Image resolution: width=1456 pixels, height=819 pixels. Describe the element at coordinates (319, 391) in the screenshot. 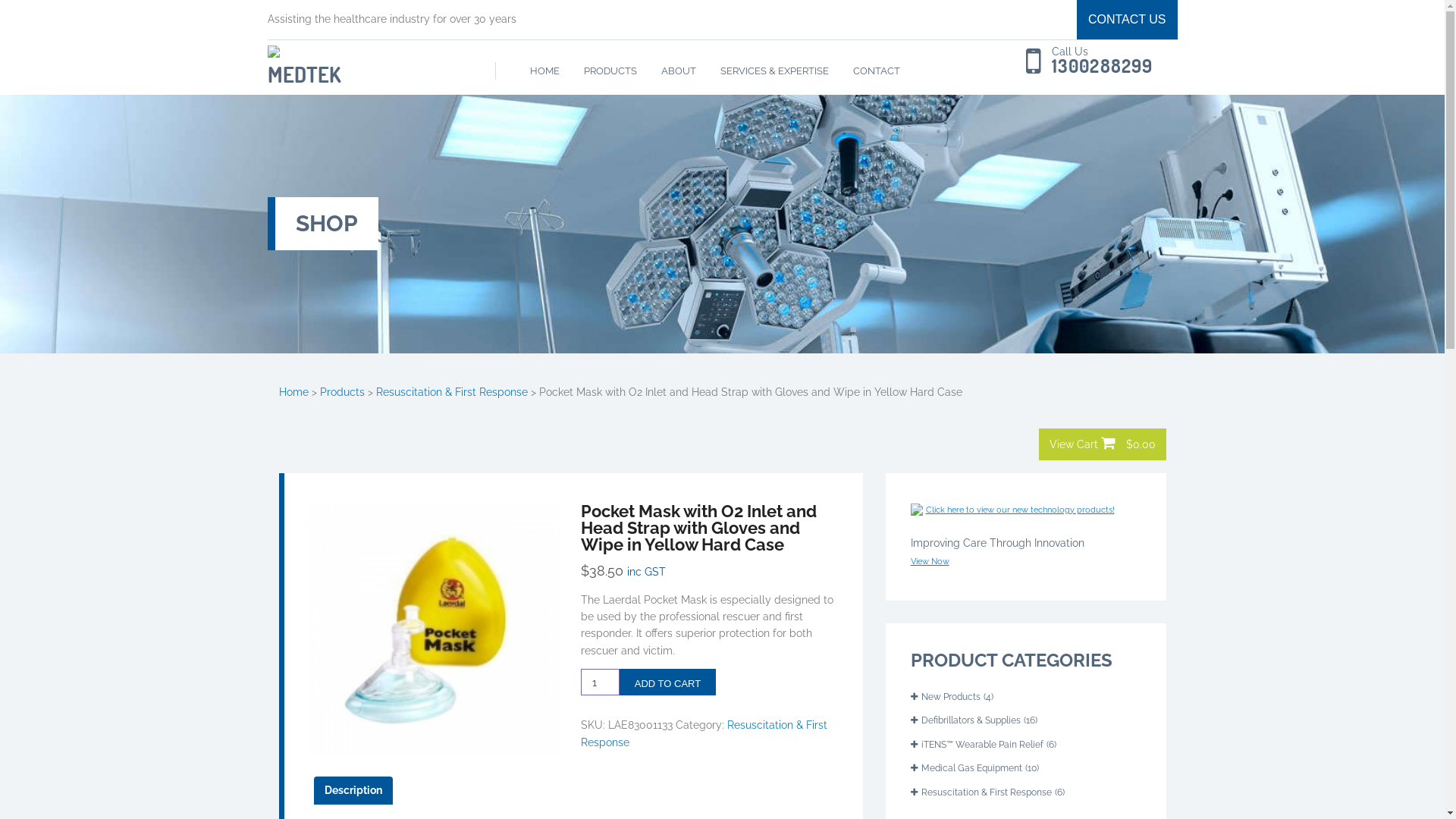

I see `'Products'` at that location.